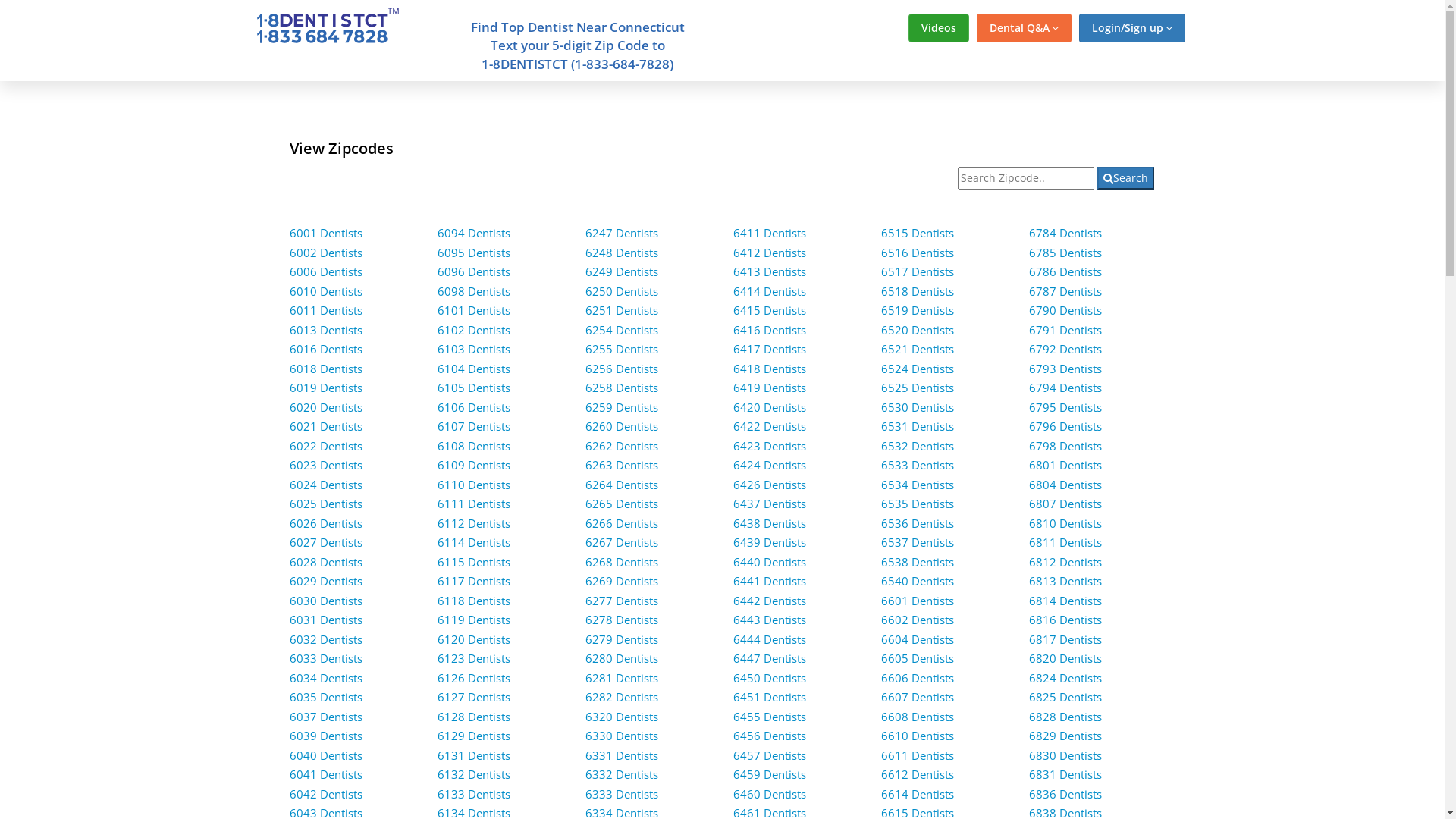 Image resolution: width=1456 pixels, height=819 pixels. Describe the element at coordinates (769, 464) in the screenshot. I see `'6424 Dentists'` at that location.